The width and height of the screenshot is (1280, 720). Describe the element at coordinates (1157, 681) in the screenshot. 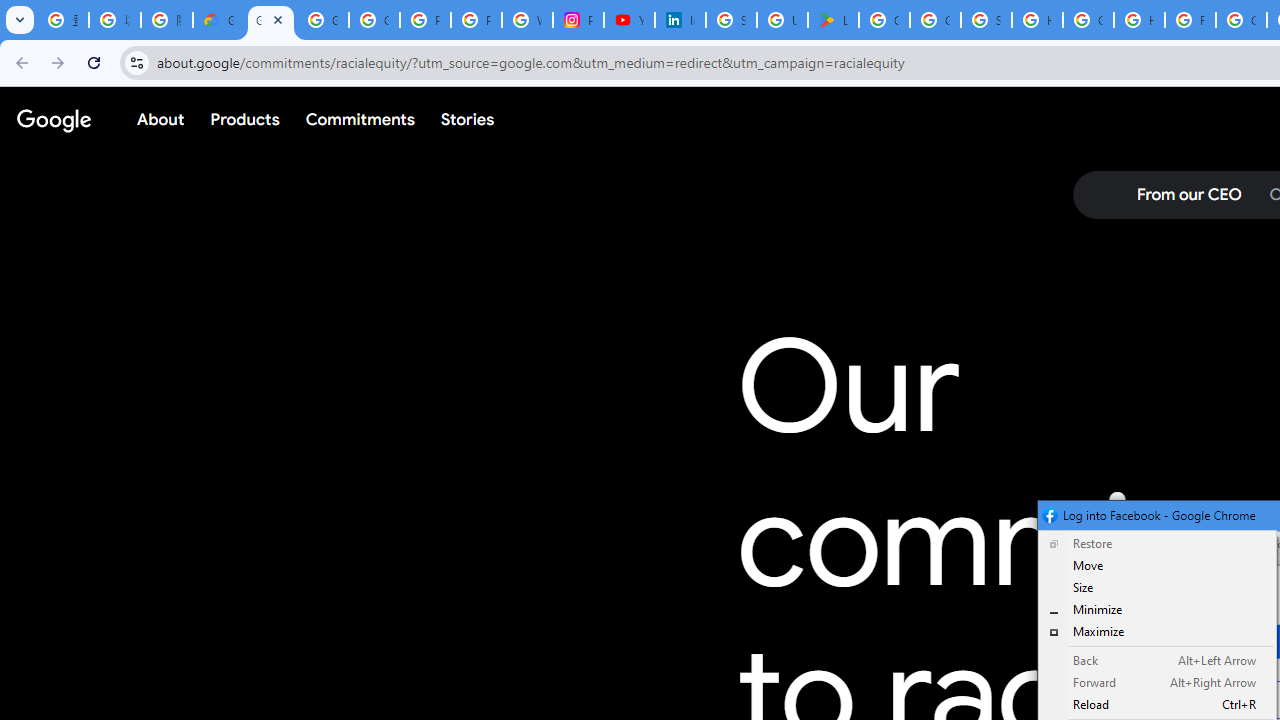

I see `'Forward	Alt+Right Arrow'` at that location.